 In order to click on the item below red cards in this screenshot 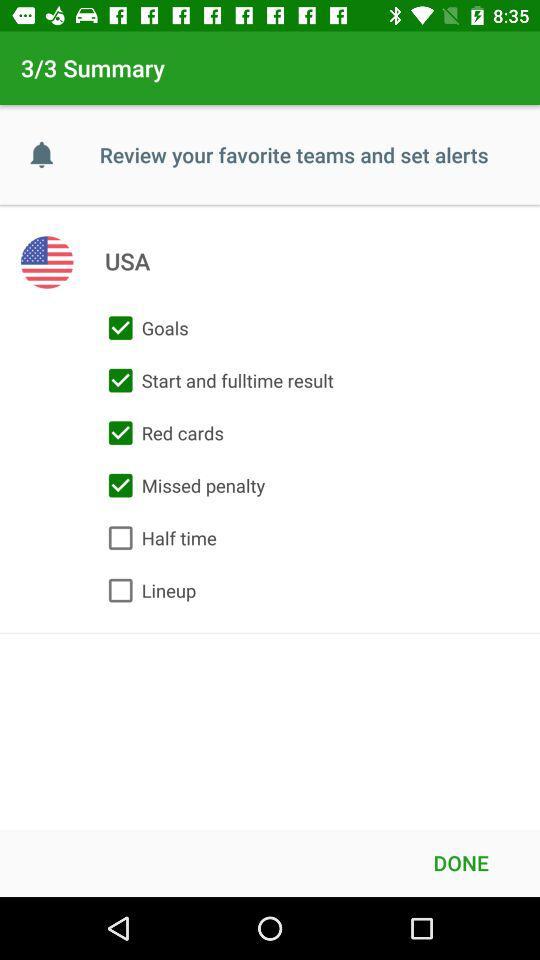, I will do `click(182, 484)`.